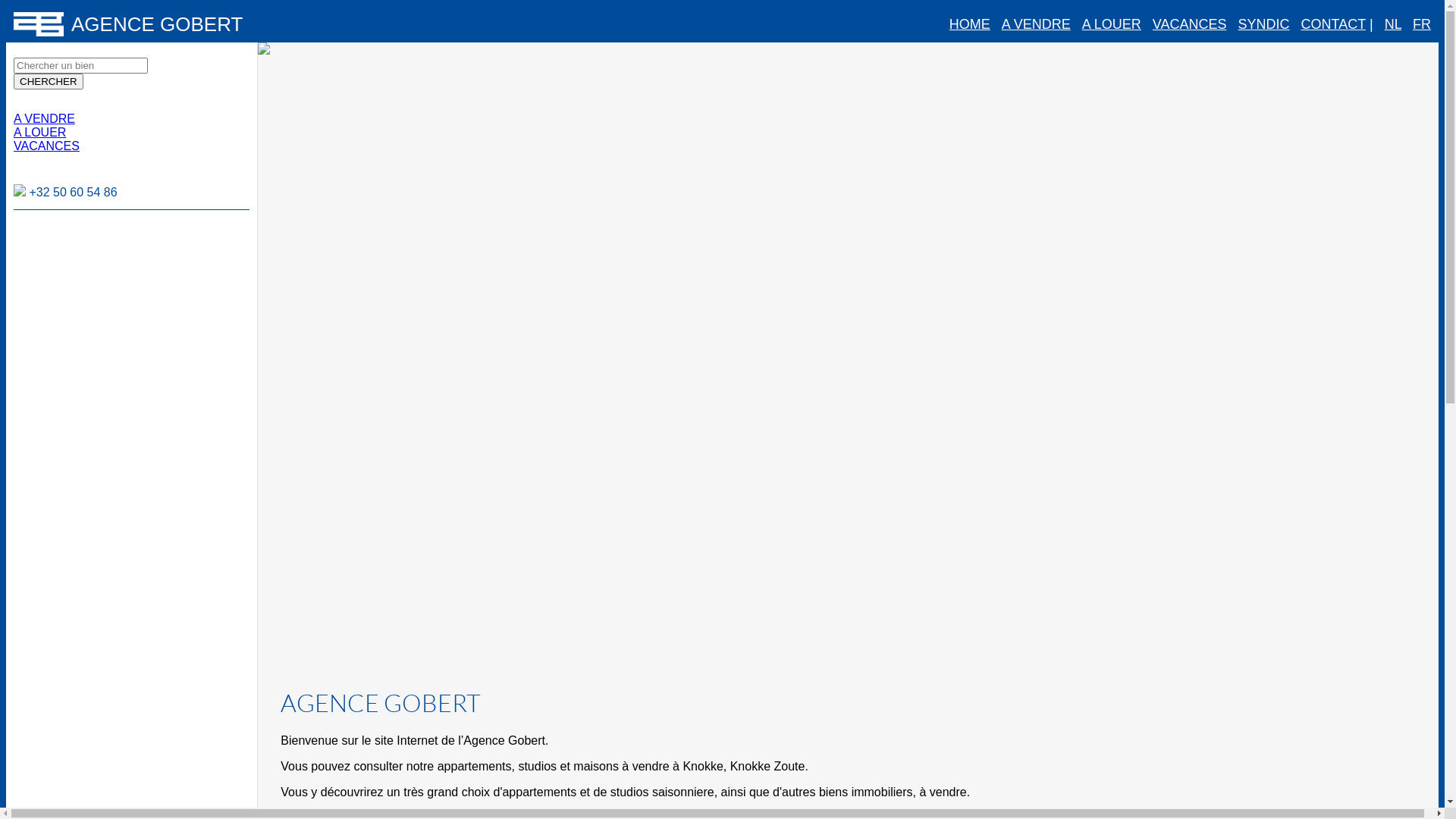  Describe the element at coordinates (1238, 24) in the screenshot. I see `'SYNDIC'` at that location.